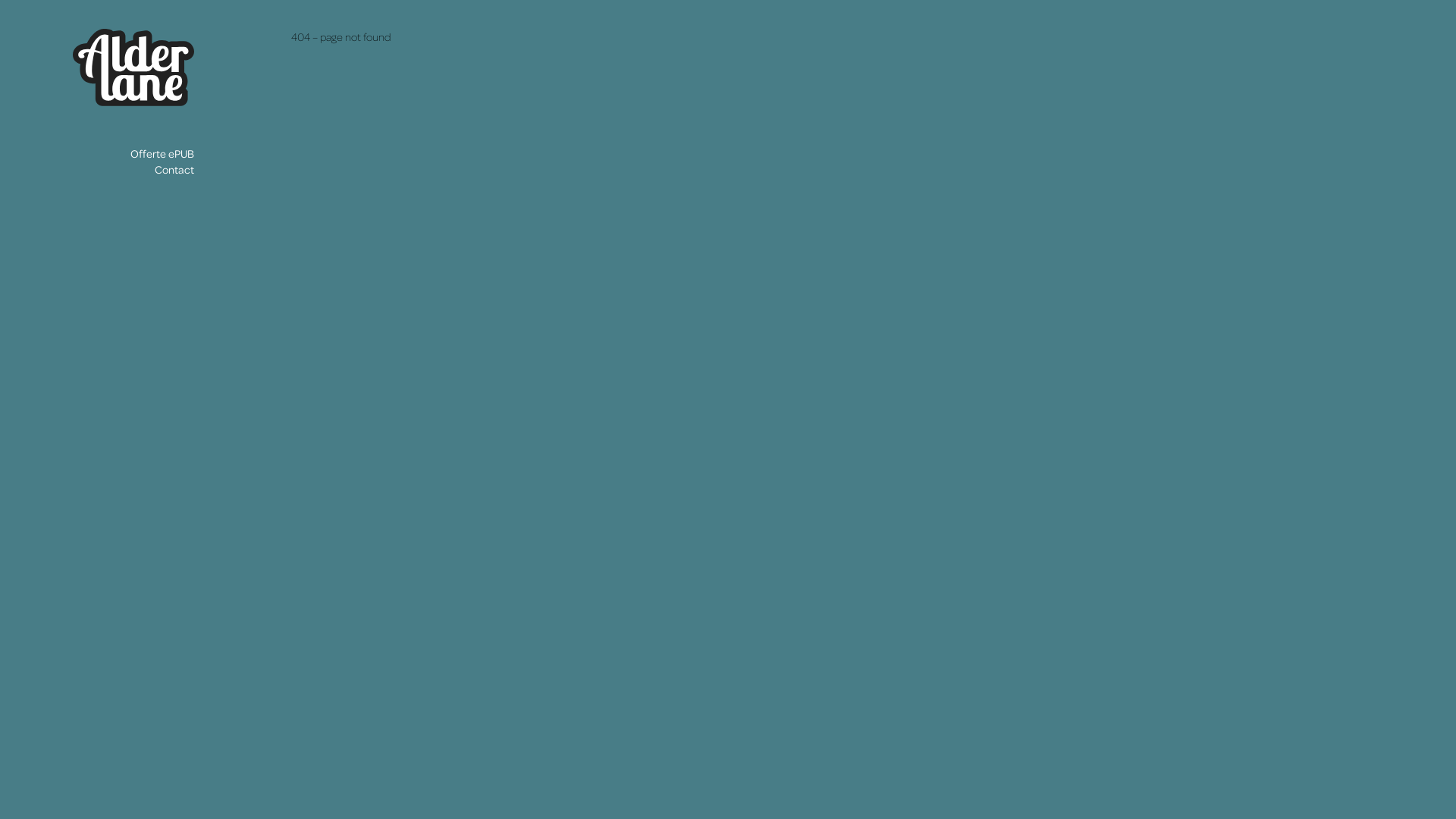 The width and height of the screenshot is (1456, 819). Describe the element at coordinates (72, 102) in the screenshot. I see `'Alderlane'` at that location.